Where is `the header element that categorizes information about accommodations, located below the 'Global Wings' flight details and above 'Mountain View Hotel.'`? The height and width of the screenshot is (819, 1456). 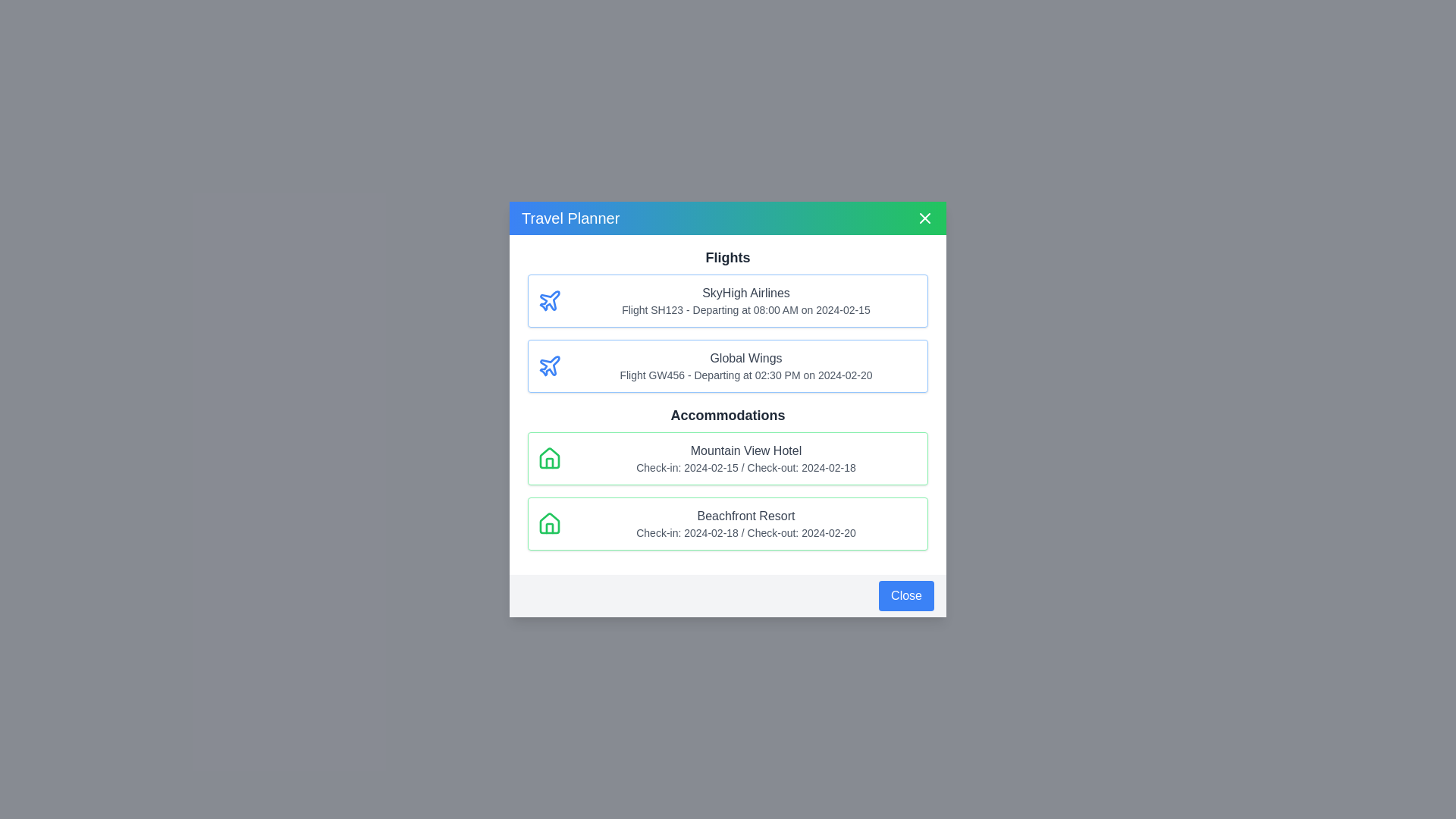
the header element that categorizes information about accommodations, located below the 'Global Wings' flight details and above 'Mountain View Hotel.' is located at coordinates (728, 415).